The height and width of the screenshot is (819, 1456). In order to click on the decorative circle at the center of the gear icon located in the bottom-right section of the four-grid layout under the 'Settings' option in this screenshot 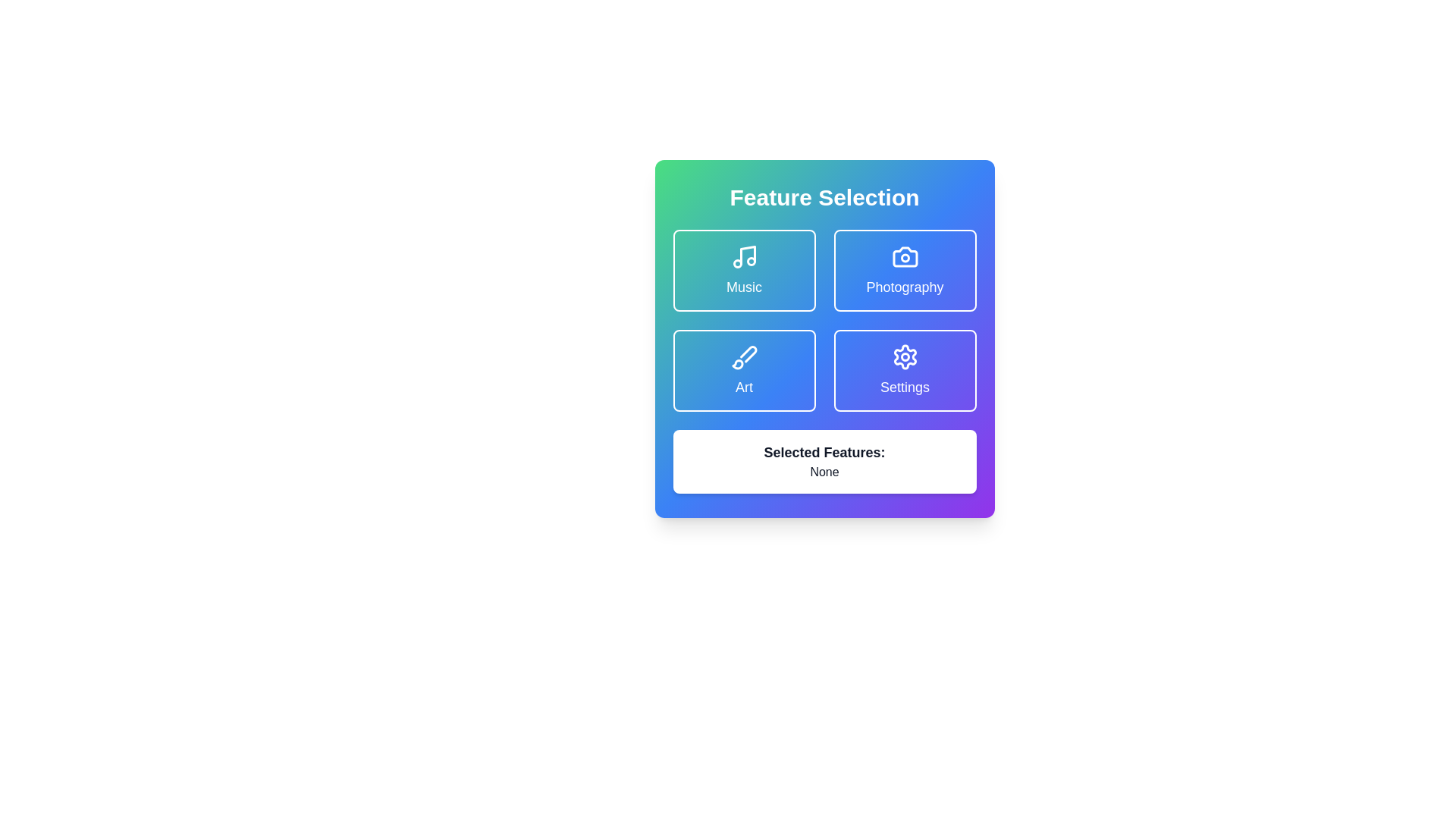, I will do `click(905, 356)`.